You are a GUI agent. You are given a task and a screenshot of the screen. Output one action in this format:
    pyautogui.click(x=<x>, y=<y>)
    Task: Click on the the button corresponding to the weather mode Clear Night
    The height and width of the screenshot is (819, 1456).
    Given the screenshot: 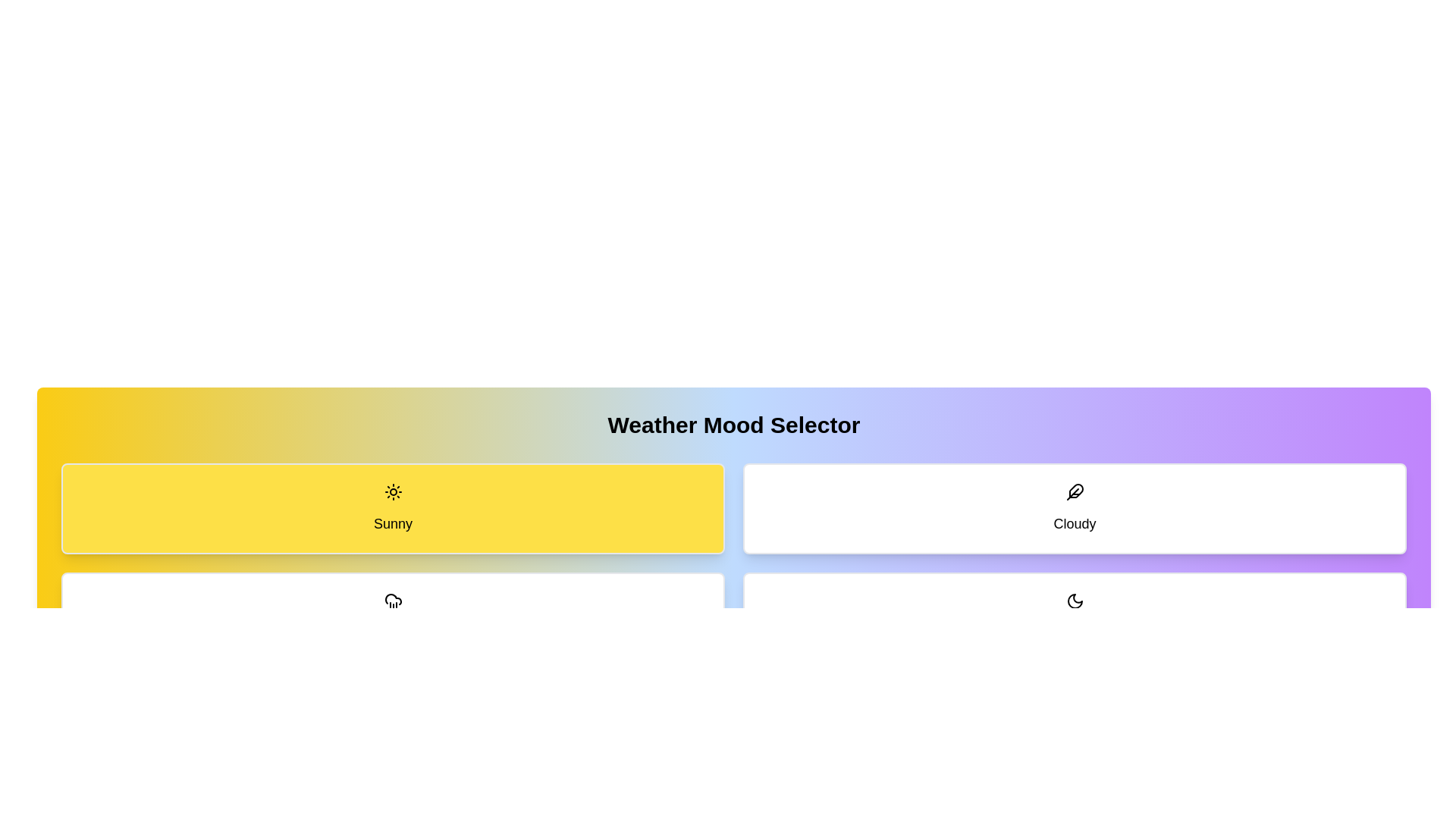 What is the action you would take?
    pyautogui.click(x=1074, y=617)
    